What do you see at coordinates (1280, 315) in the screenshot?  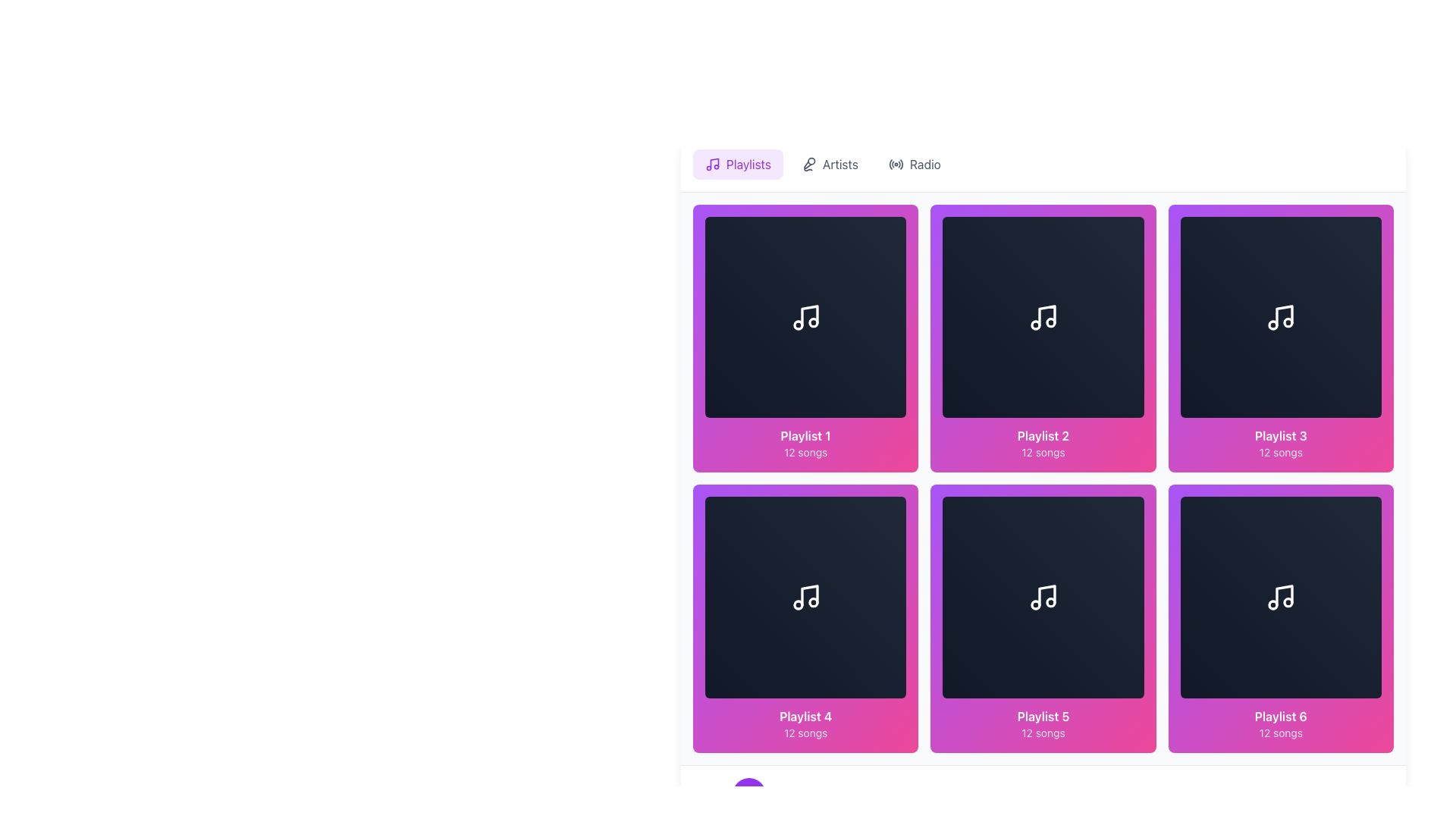 I see `the graphical block with a white music note icon in the 'Playlist 3' section` at bounding box center [1280, 315].